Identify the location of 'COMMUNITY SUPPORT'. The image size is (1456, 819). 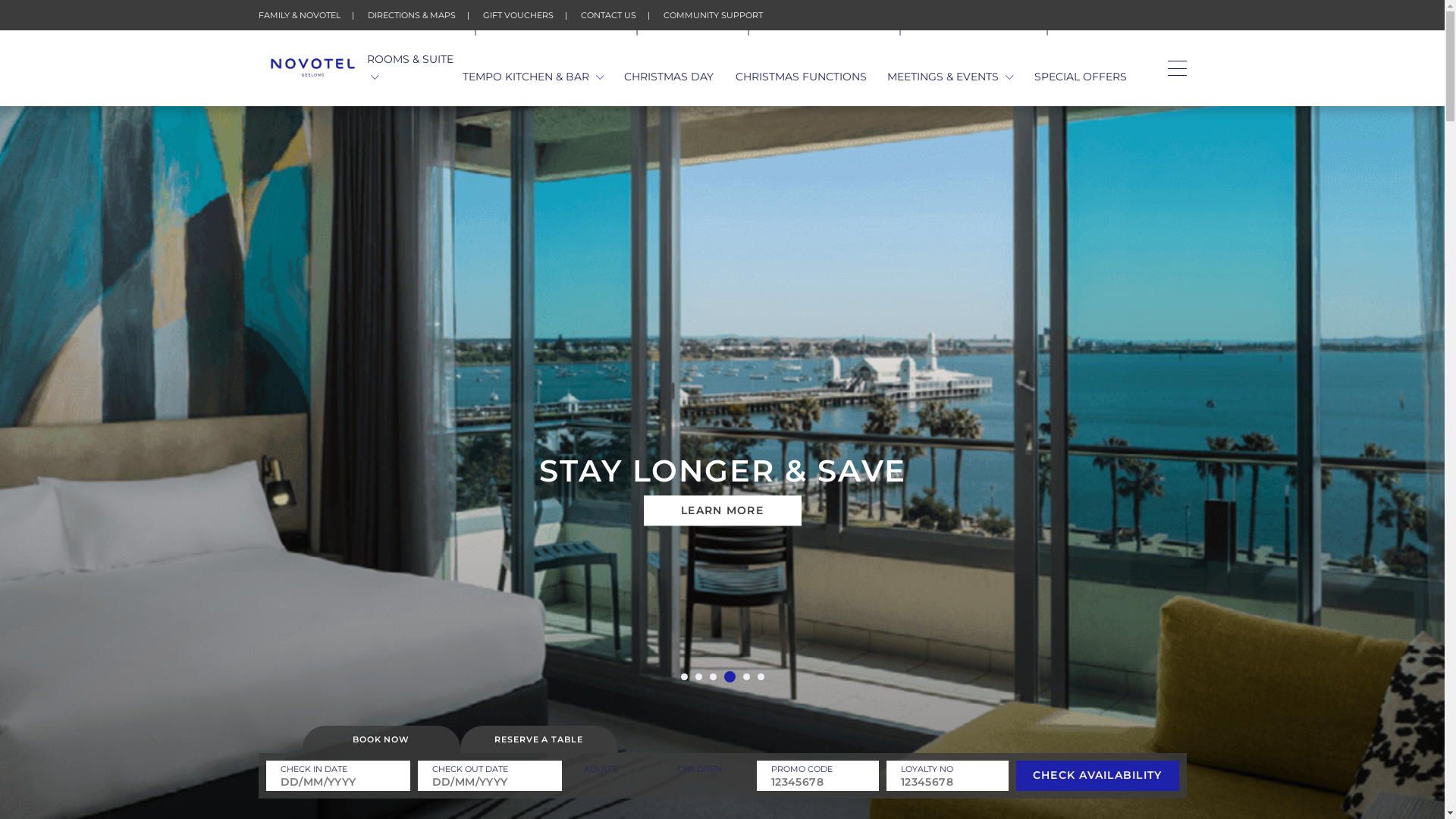
(711, 14).